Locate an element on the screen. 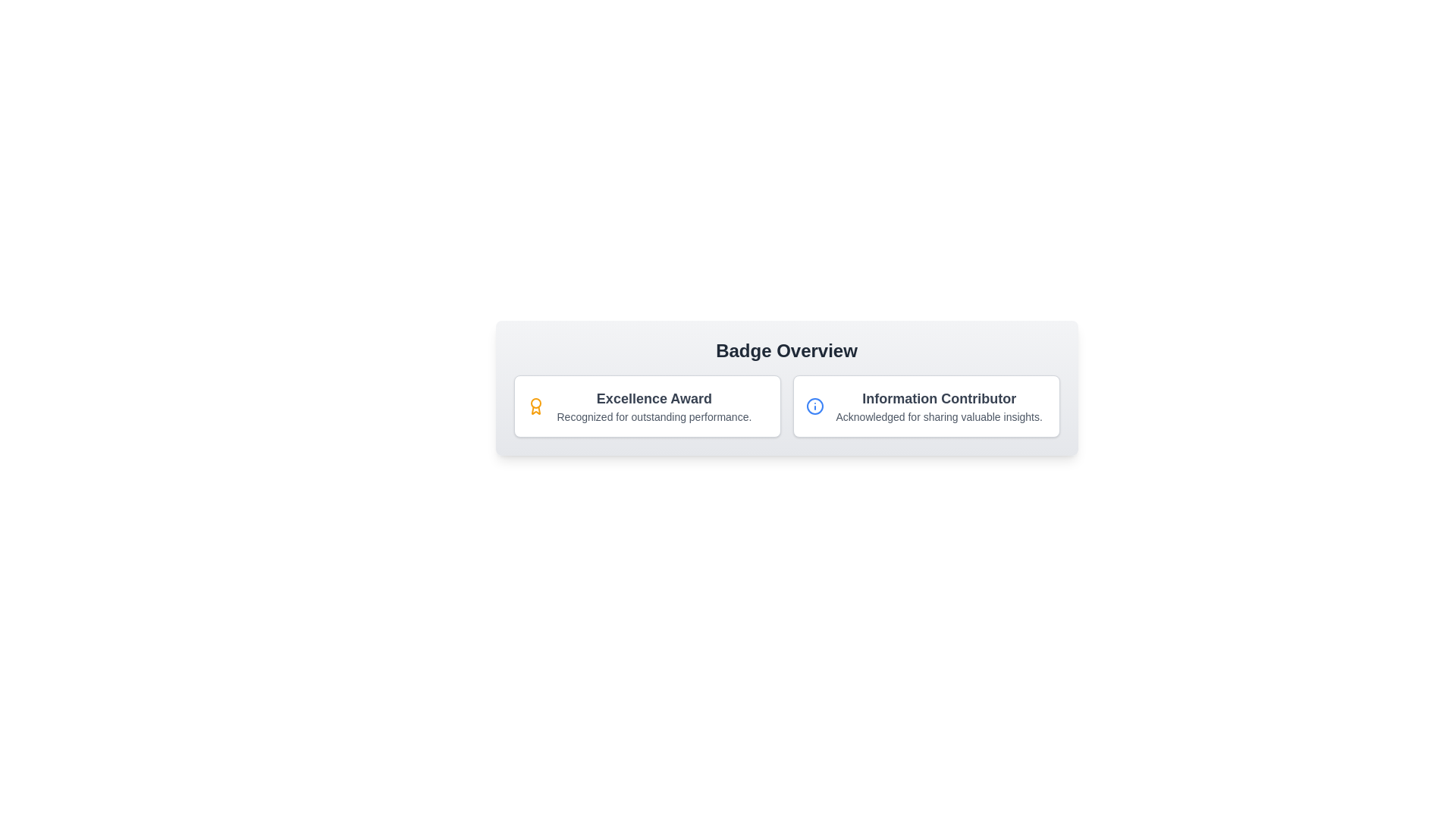 The image size is (1456, 819). the badge icon in the 'Badge Overview' section that acknowledges sharing valuable insights is located at coordinates (925, 406).